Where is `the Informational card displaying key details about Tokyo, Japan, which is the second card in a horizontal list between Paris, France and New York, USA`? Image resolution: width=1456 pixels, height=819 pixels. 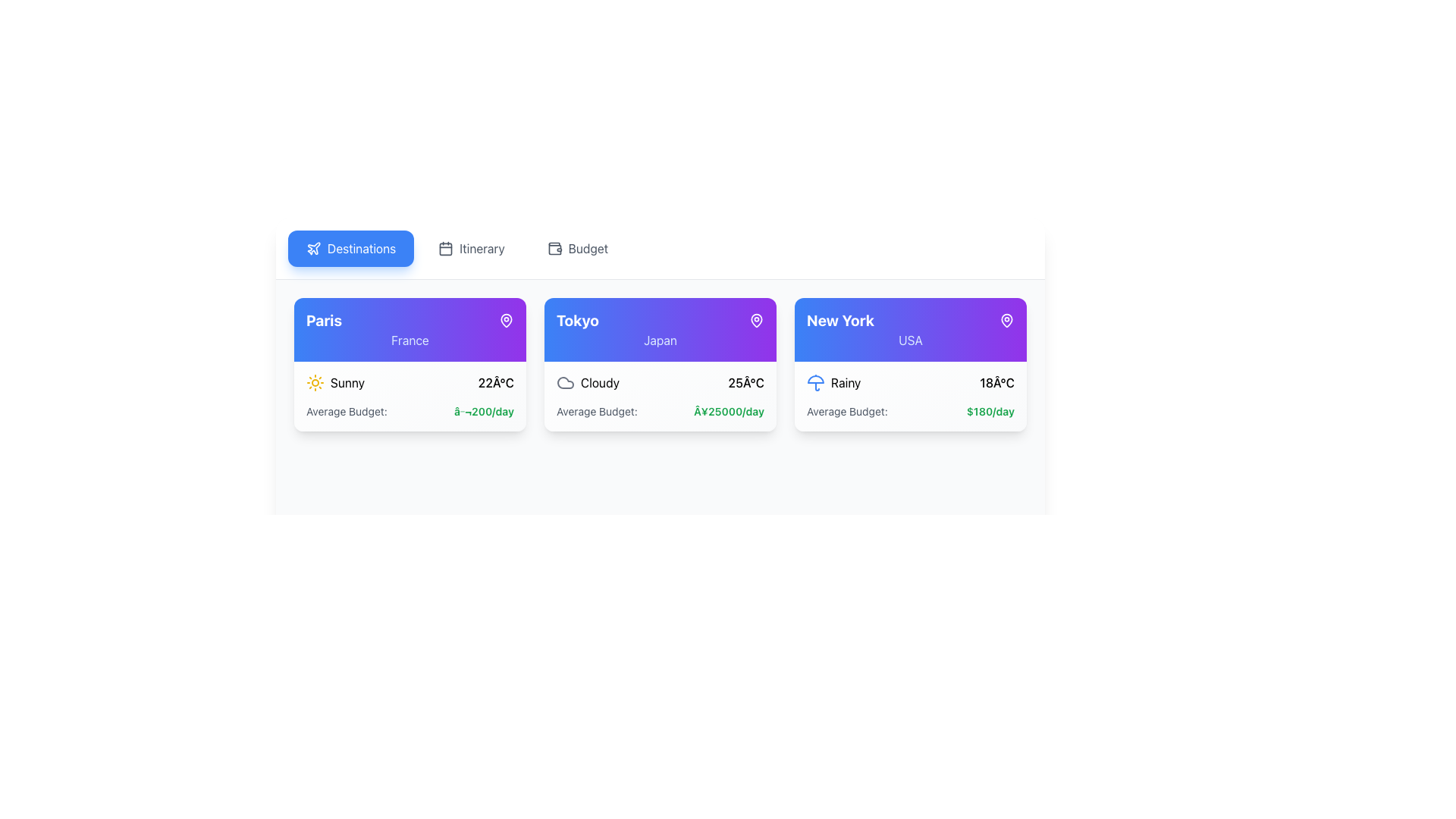
the Informational card displaying key details about Tokyo, Japan, which is the second card in a horizontal list between Paris, France and New York, USA is located at coordinates (660, 365).